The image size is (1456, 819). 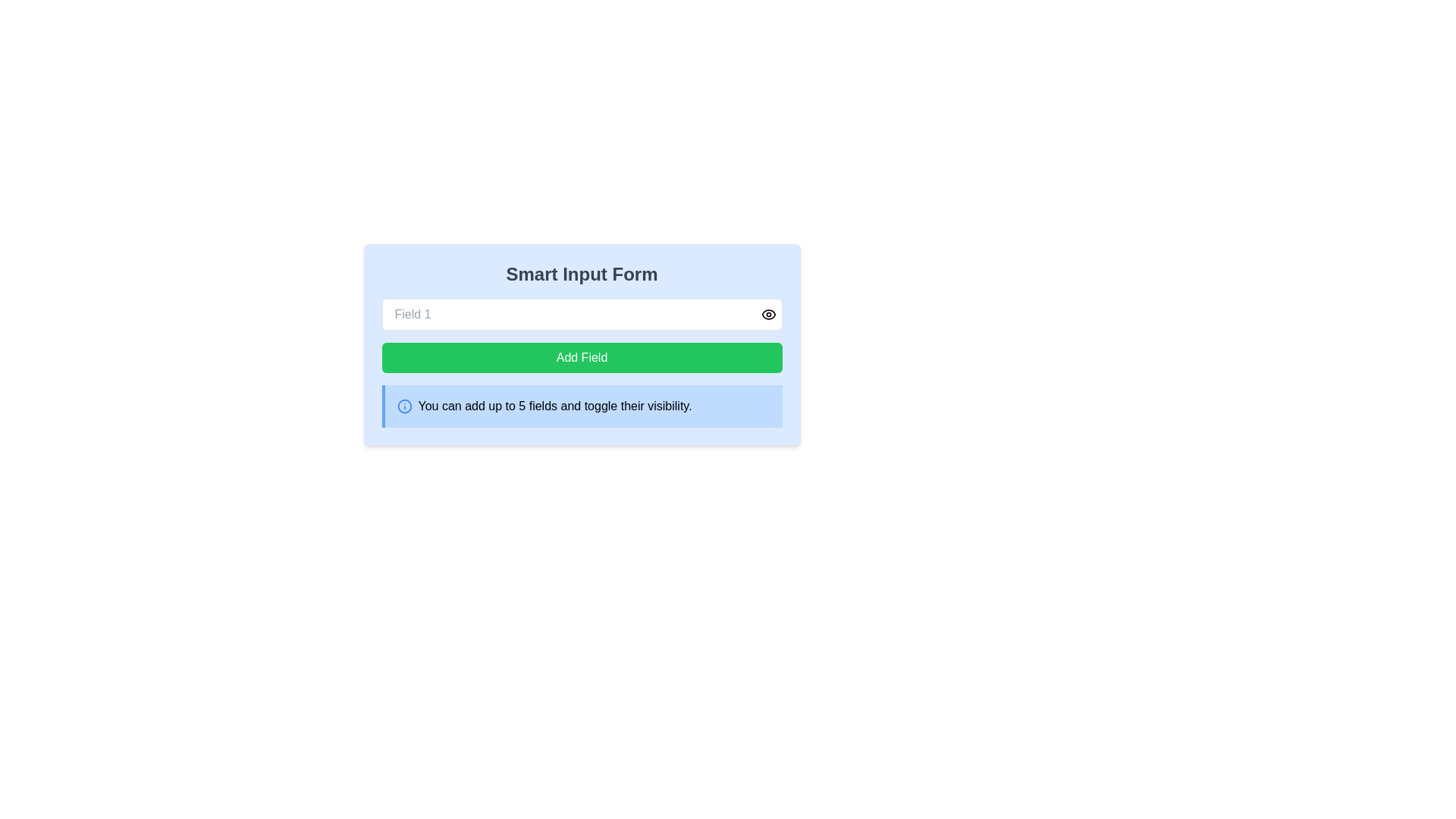 What do you see at coordinates (404, 406) in the screenshot?
I see `the informational icon located at the leftmost side of the section containing the text 'You can add up to 5 fields and toggle their visibility.'` at bounding box center [404, 406].